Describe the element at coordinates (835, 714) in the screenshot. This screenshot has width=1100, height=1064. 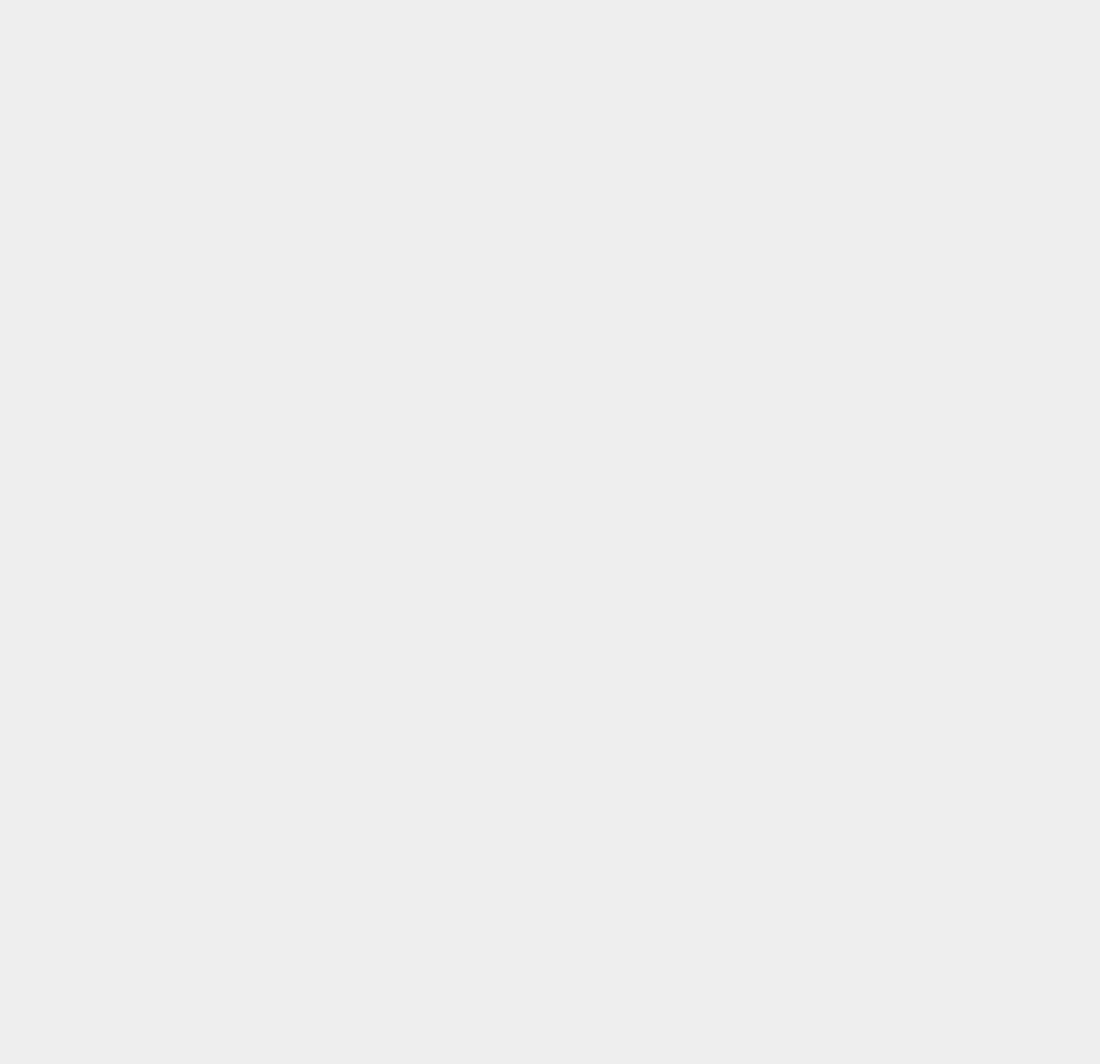
I see `'Wordpress Plugins'` at that location.